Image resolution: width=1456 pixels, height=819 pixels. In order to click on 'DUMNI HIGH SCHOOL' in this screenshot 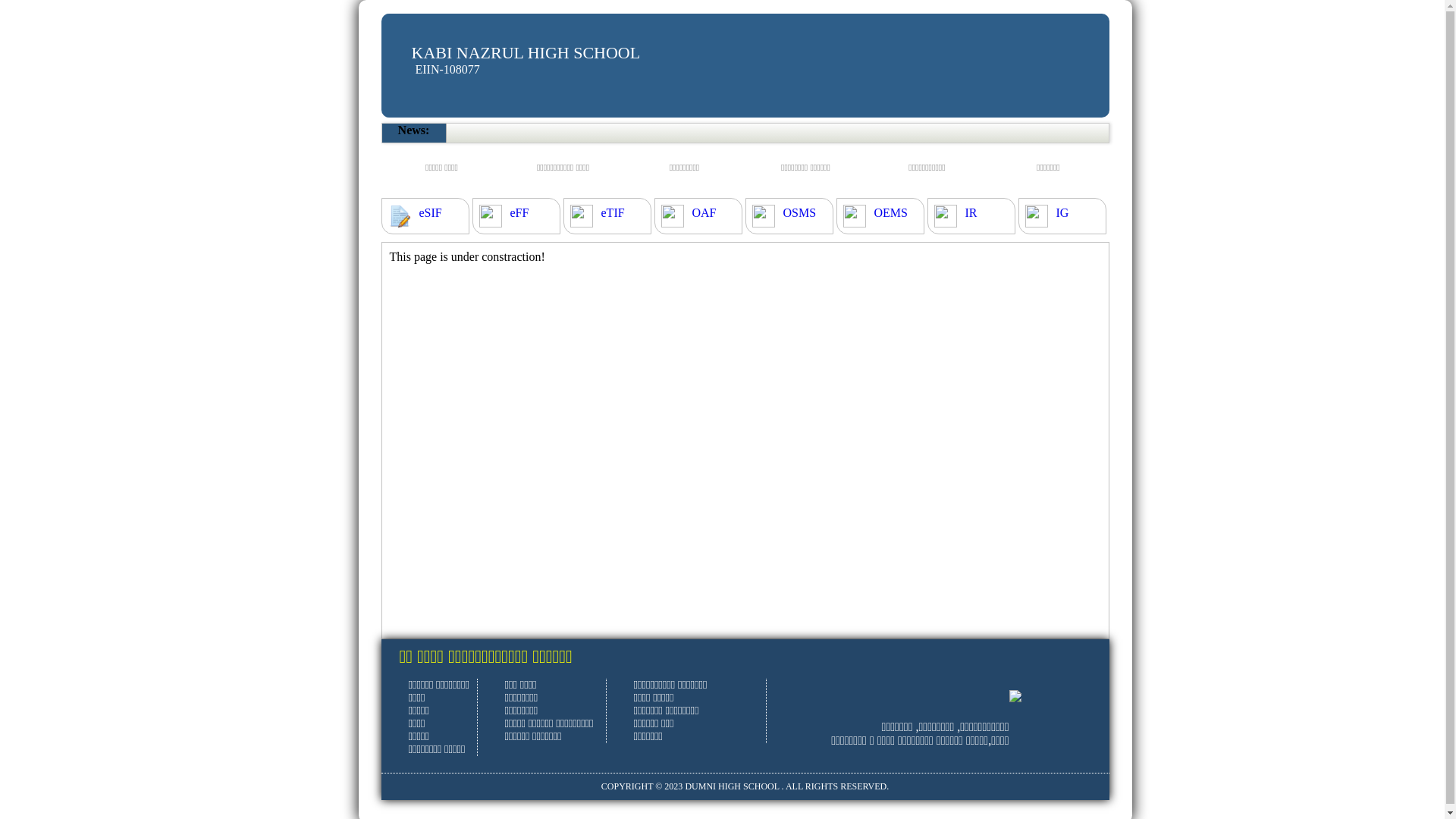, I will do `click(731, 786)`.